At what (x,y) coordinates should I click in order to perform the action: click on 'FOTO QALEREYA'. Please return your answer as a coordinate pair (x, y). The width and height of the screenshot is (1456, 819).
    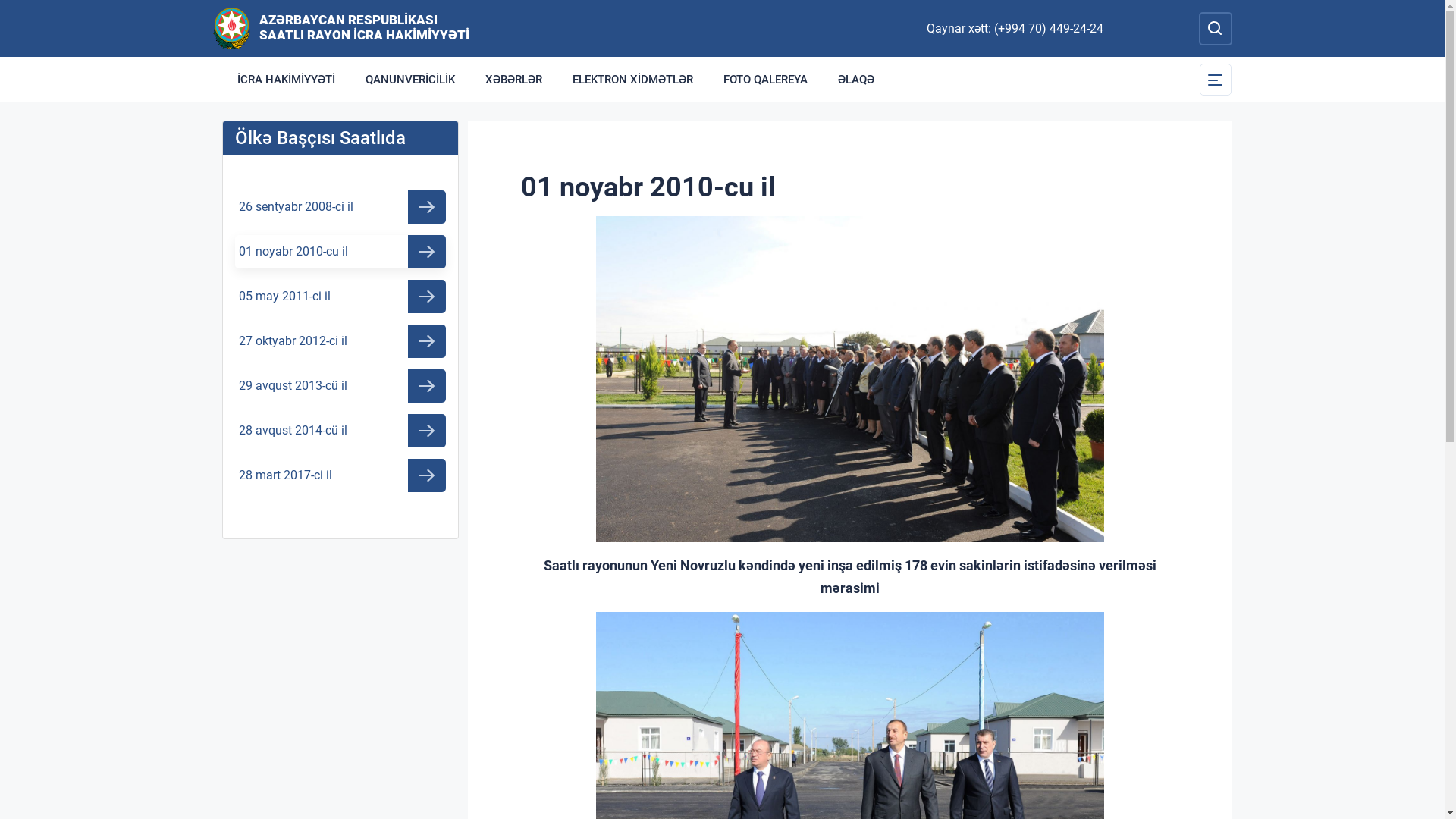
    Looking at the image, I should click on (708, 79).